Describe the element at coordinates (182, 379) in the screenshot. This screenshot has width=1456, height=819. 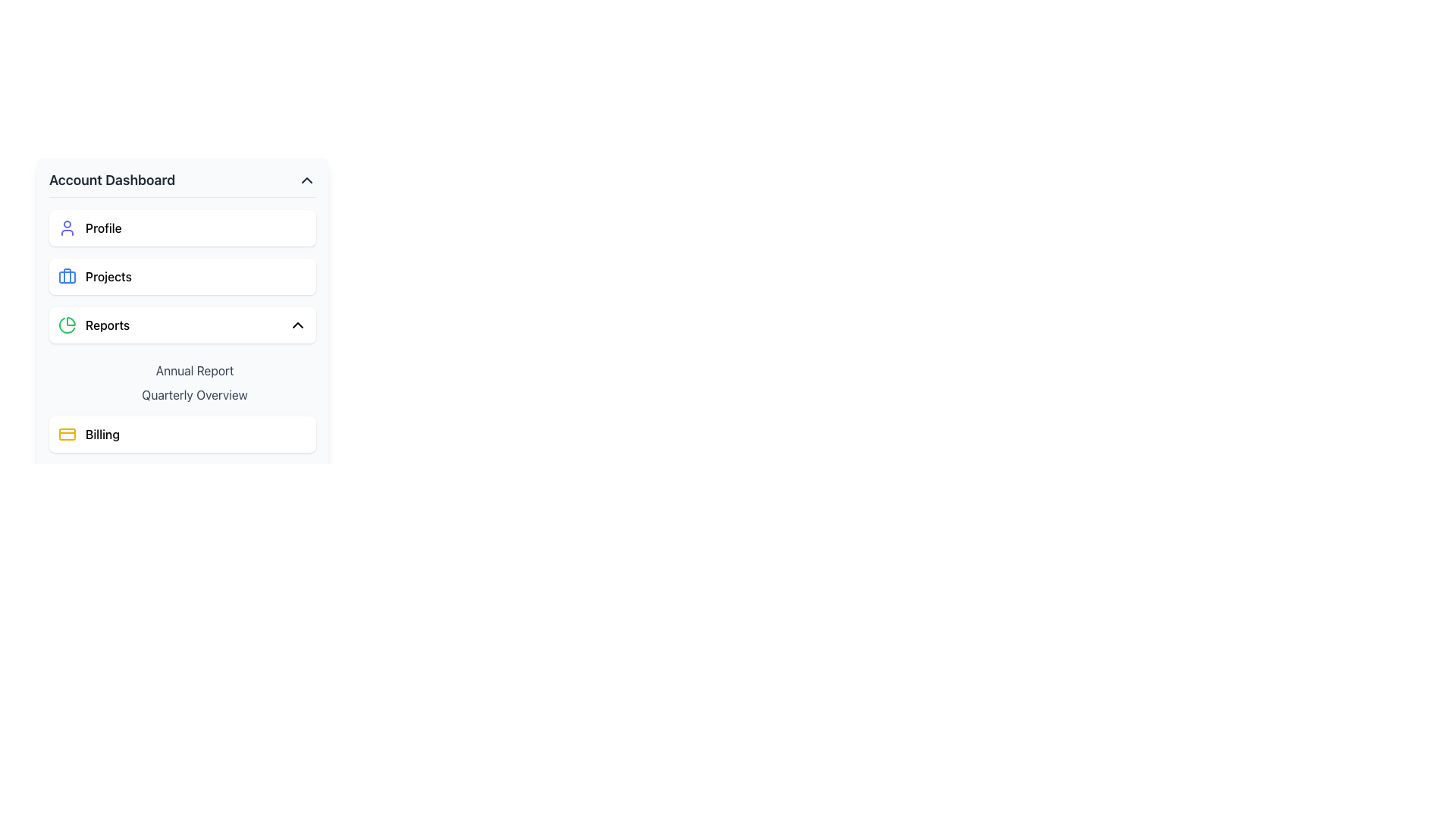
I see `the submenu entry 'Annual Report' from the collapsible menu in the Account Dashboard, which is a vertical list of menu items with a light gray rounded rectangle` at that location.